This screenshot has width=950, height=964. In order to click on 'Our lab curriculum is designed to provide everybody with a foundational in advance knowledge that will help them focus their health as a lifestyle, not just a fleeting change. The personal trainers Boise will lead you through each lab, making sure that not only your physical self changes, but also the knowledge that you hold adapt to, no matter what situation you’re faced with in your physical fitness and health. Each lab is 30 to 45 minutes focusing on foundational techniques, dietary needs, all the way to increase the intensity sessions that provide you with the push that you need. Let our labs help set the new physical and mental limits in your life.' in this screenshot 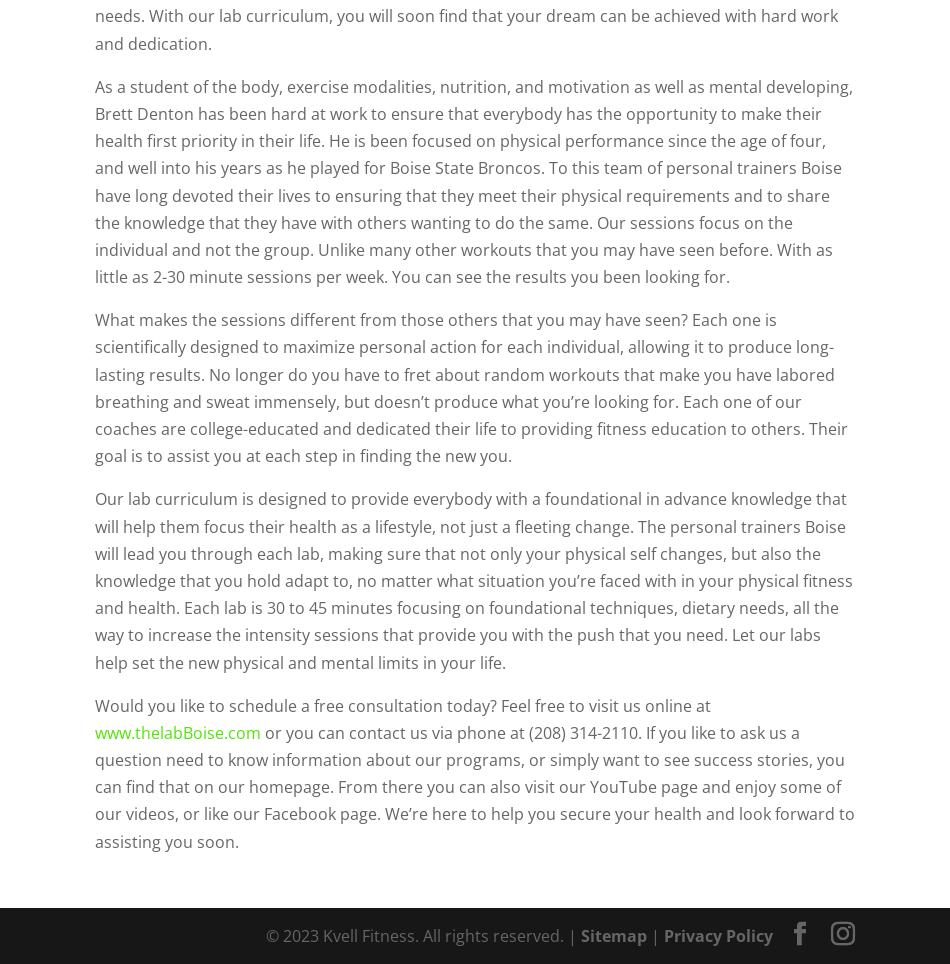, I will do `click(472, 579)`.